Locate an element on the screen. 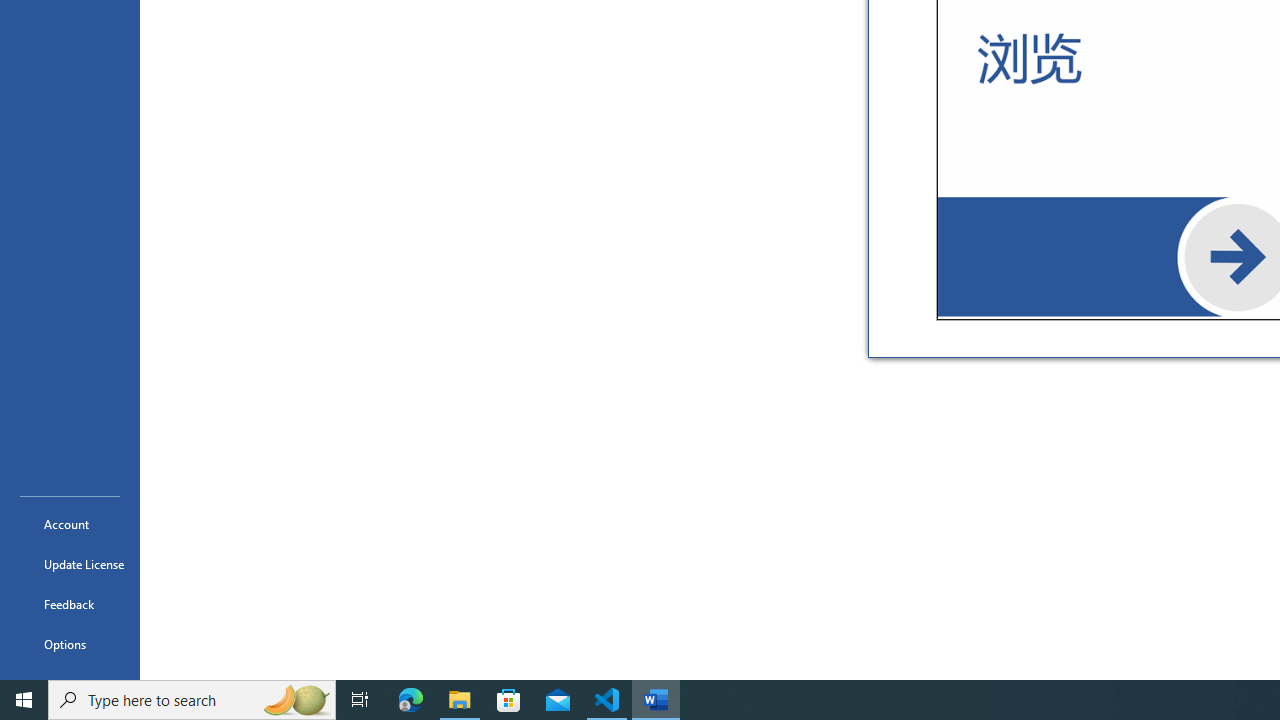 The width and height of the screenshot is (1280, 720). 'Microsoft Store' is located at coordinates (509, 698).